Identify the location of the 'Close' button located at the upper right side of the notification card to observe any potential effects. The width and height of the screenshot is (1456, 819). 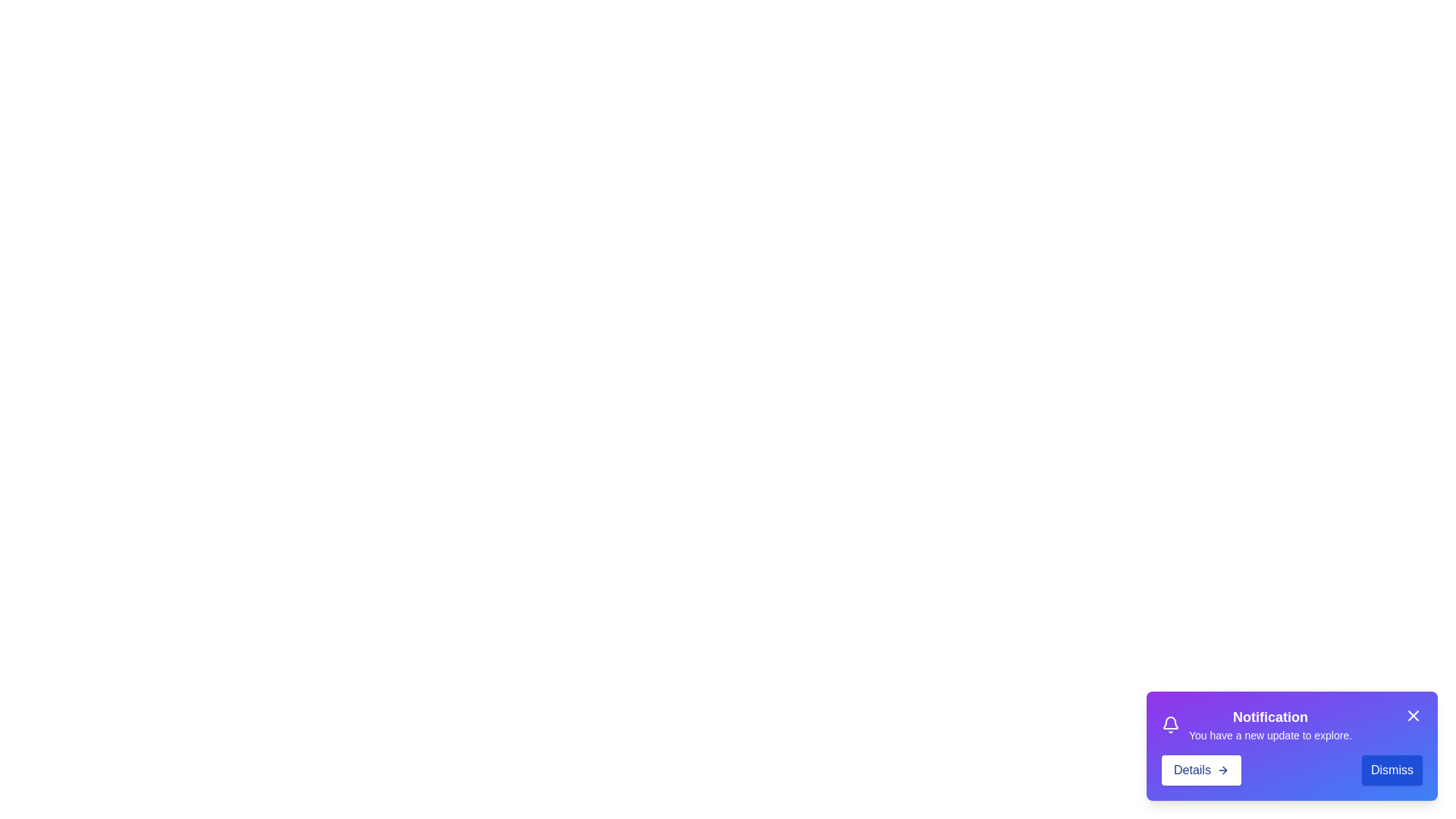
(1412, 716).